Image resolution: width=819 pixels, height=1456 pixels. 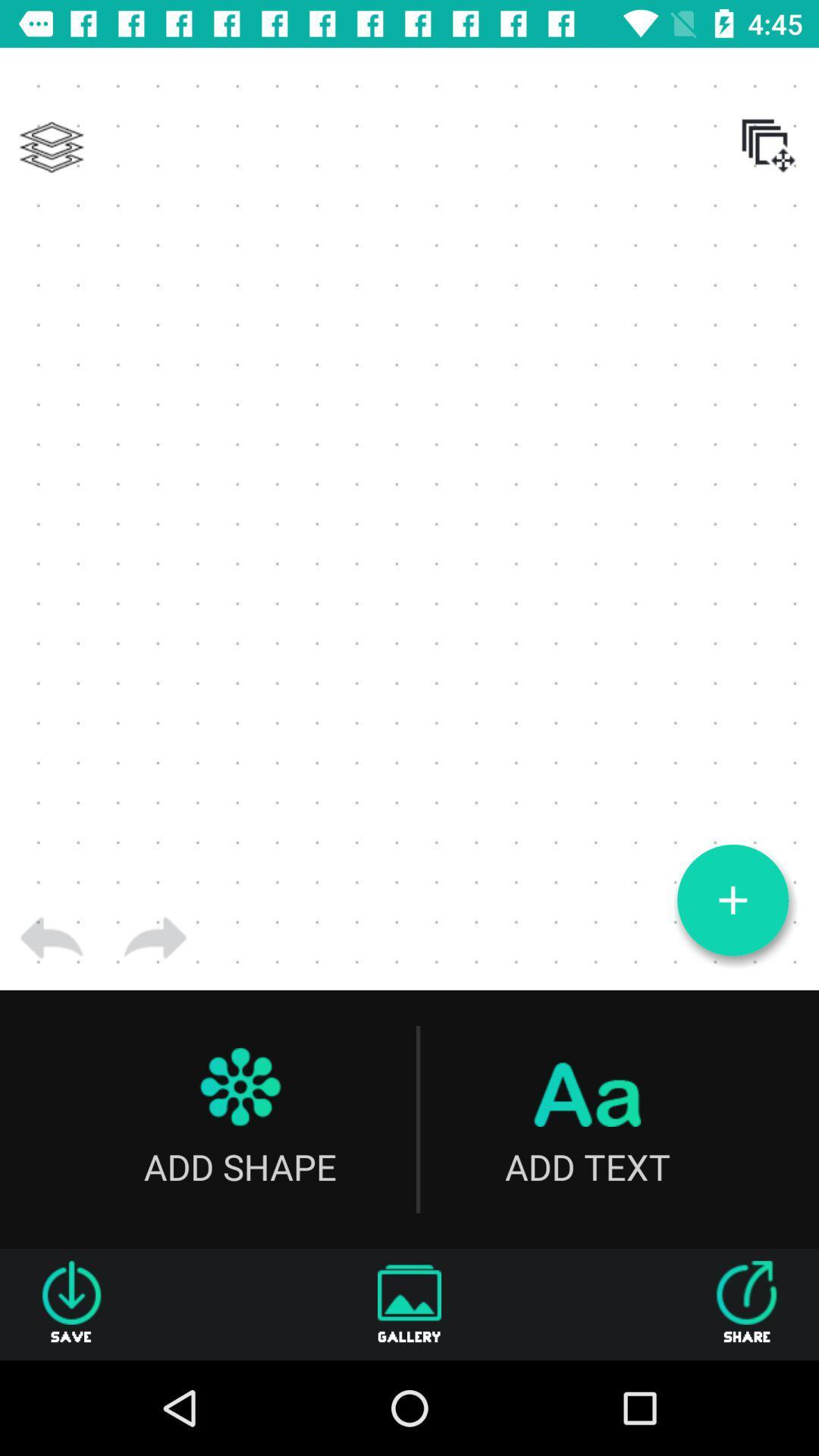 I want to click on gallery icon, so click(x=409, y=1304).